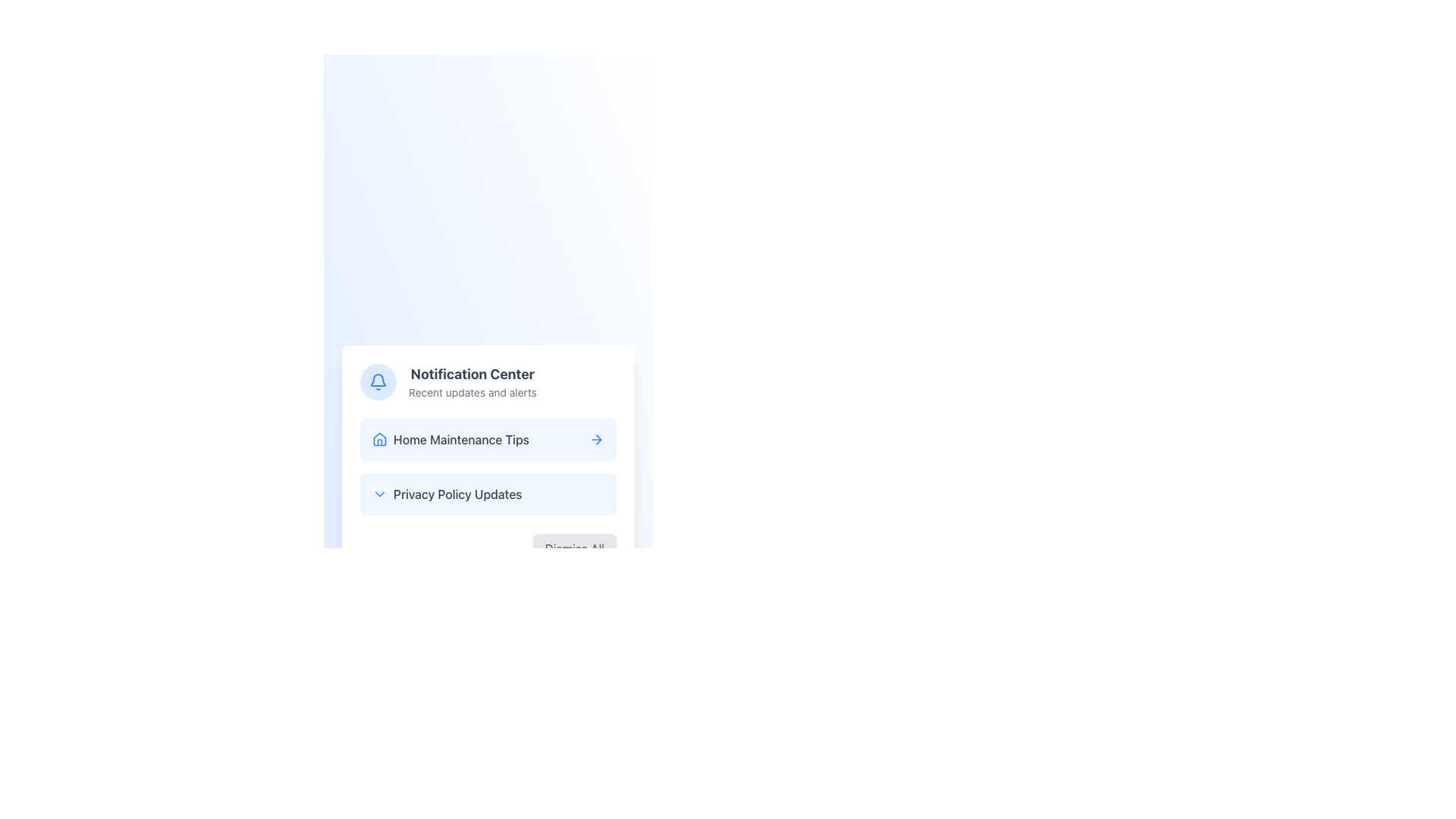  What do you see at coordinates (446, 494) in the screenshot?
I see `the clickable section header or dropdown trigger for 'Privacy Policy Updates'` at bounding box center [446, 494].